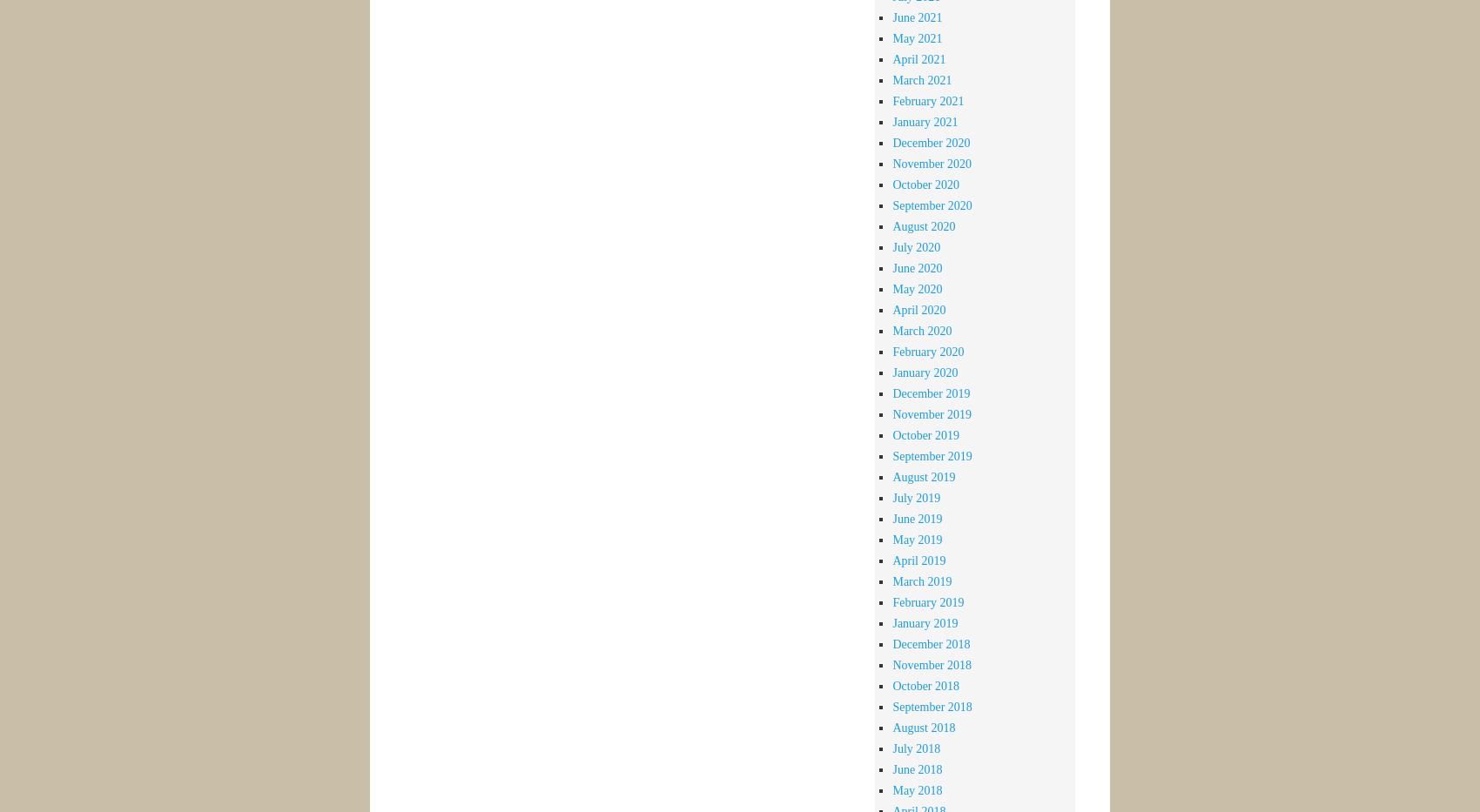 This screenshot has width=1480, height=812. Describe the element at coordinates (924, 371) in the screenshot. I see `'January 2020'` at that location.